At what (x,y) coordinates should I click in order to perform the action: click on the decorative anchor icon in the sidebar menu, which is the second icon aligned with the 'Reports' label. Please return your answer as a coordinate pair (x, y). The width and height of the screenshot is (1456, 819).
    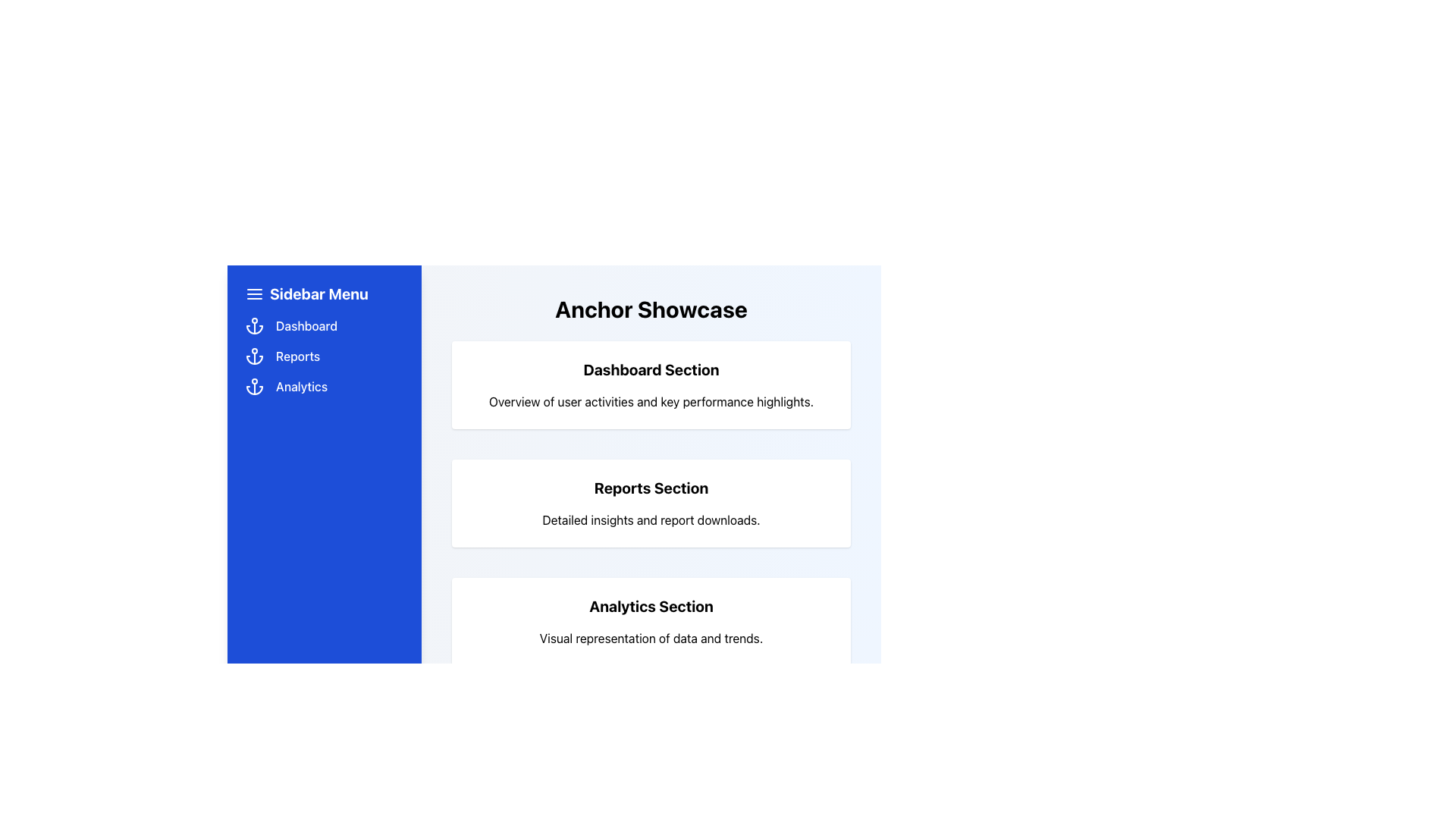
    Looking at the image, I should click on (255, 356).